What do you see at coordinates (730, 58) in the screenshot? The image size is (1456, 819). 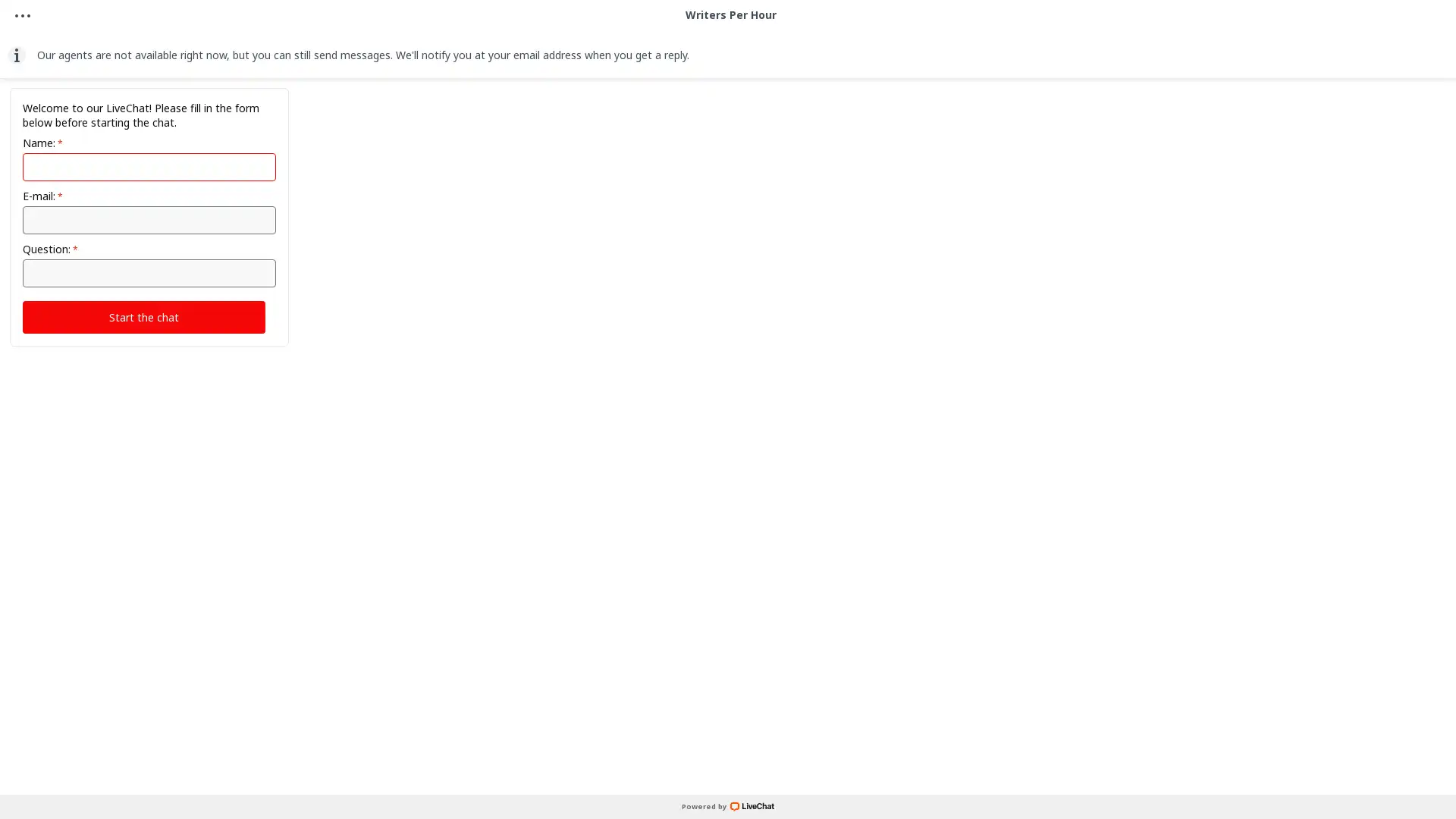 I see `Writers Per Hour` at bounding box center [730, 58].